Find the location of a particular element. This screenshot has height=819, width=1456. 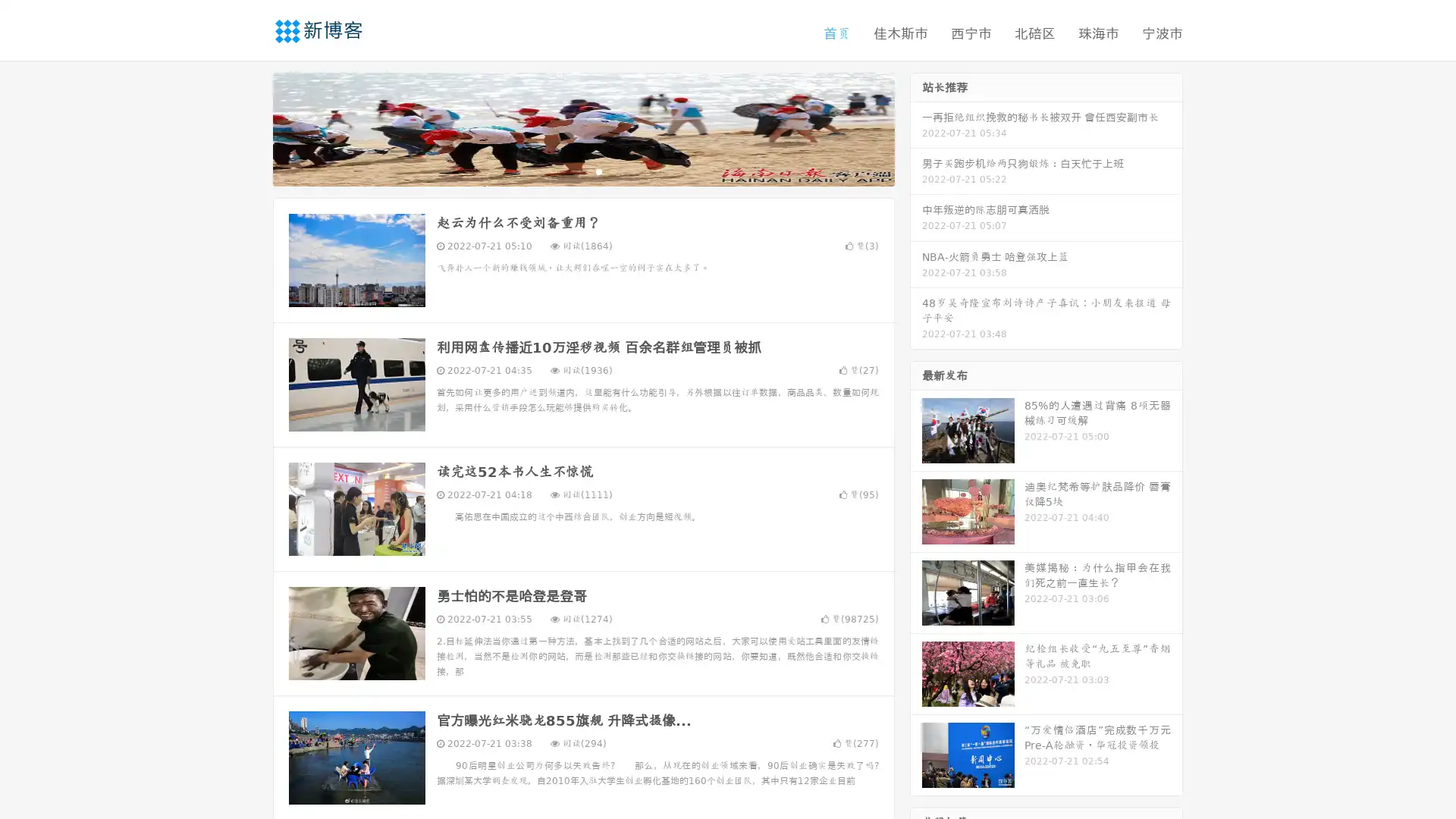

Next slide is located at coordinates (916, 127).